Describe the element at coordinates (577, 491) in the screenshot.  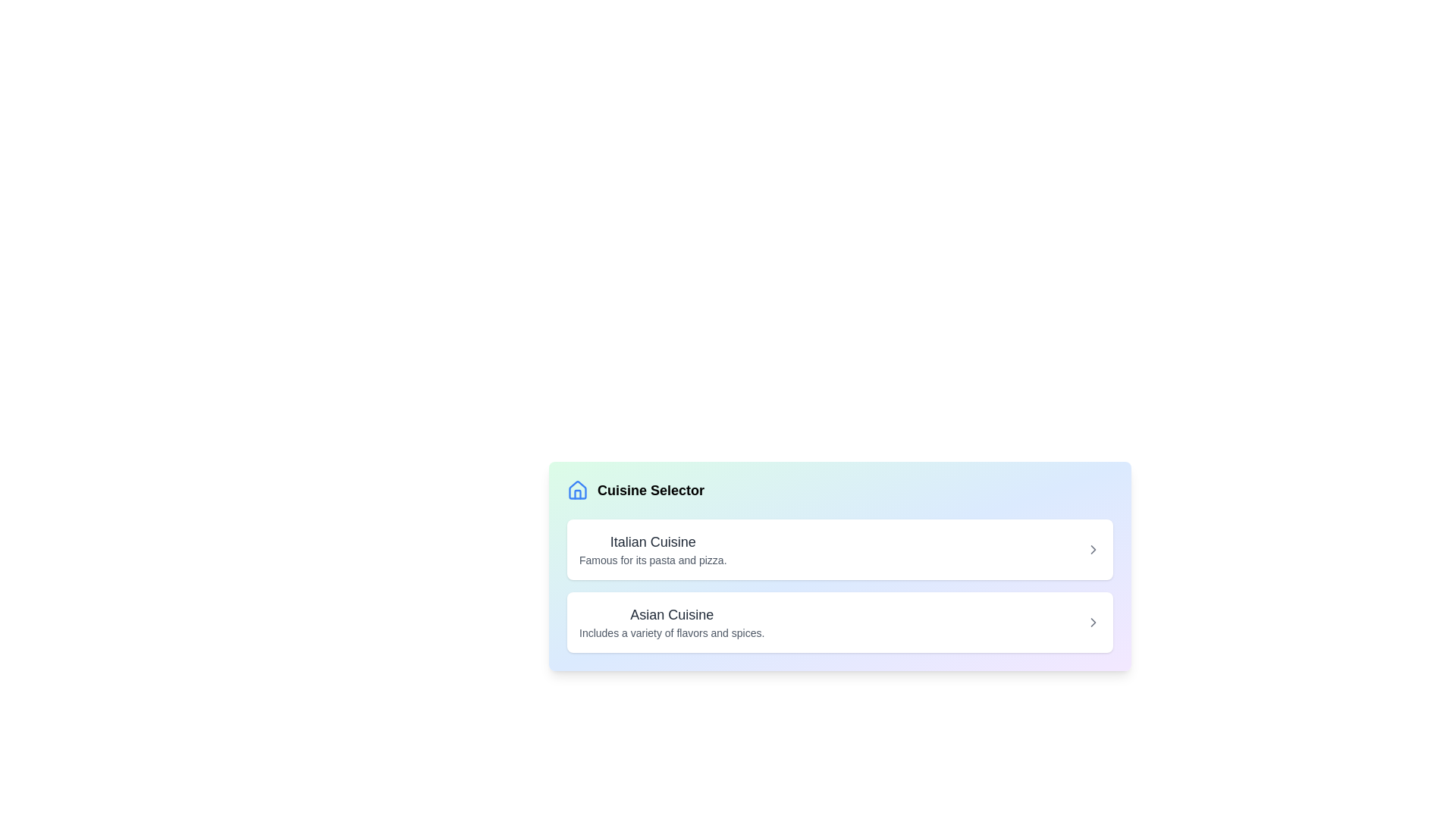
I see `the icon associated with the 'Cuisine Selector' title, located at the top-left corner of the content section` at that location.